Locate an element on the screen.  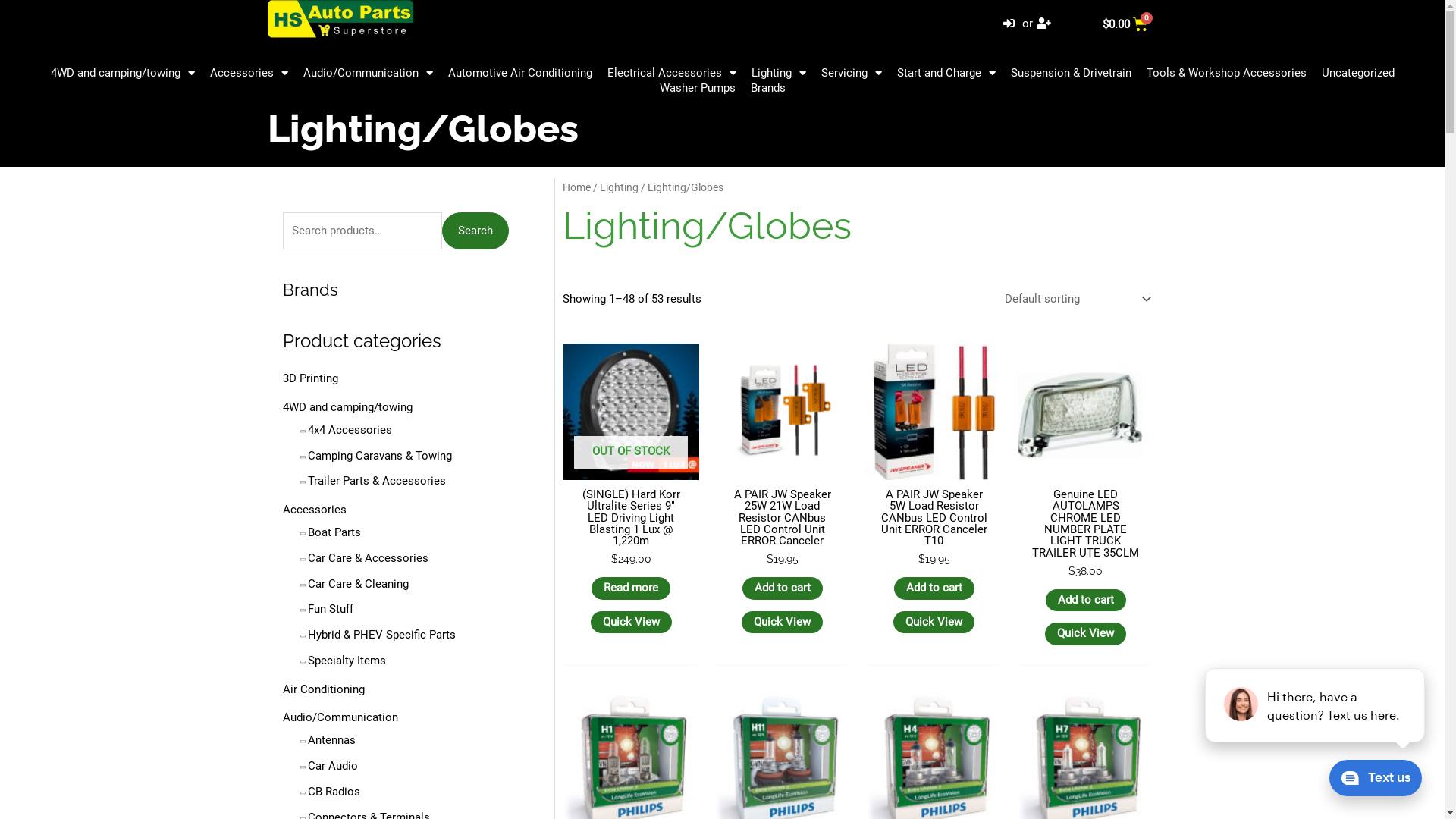
'$0.00 is located at coordinates (1125, 24).